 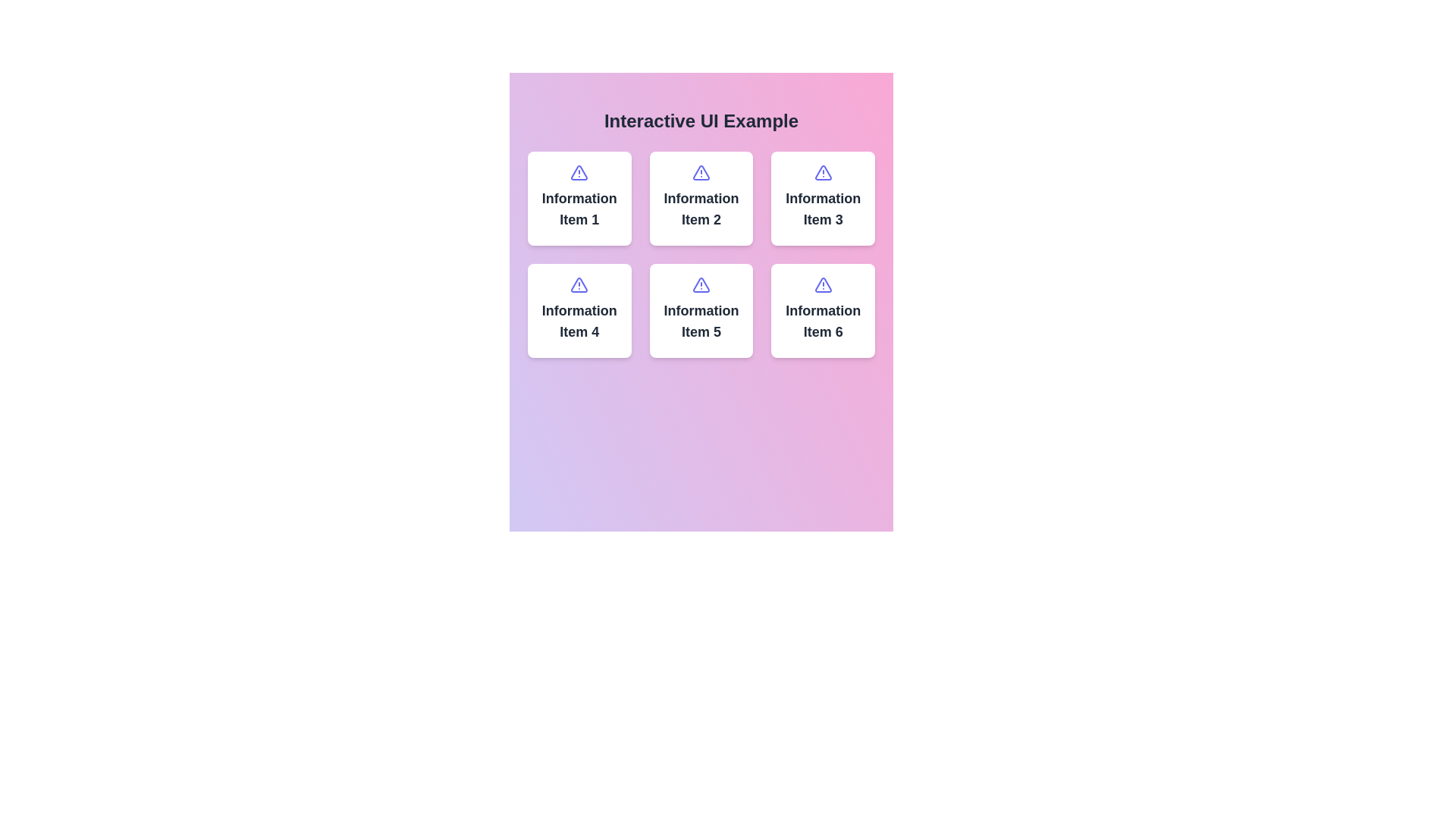 I want to click on the top-left warning or alert icon in the grid layout above the title 'Information Item 1', so click(x=579, y=171).